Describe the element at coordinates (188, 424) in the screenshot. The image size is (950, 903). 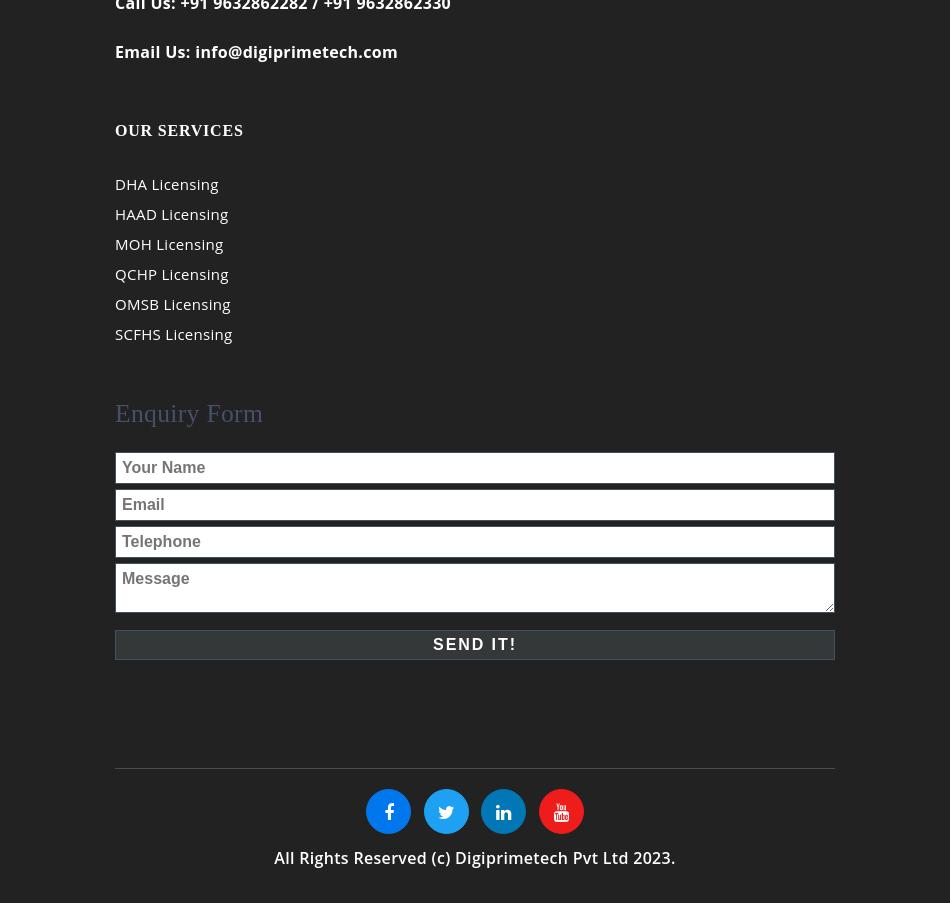
I see `'Enquiry Form'` at that location.